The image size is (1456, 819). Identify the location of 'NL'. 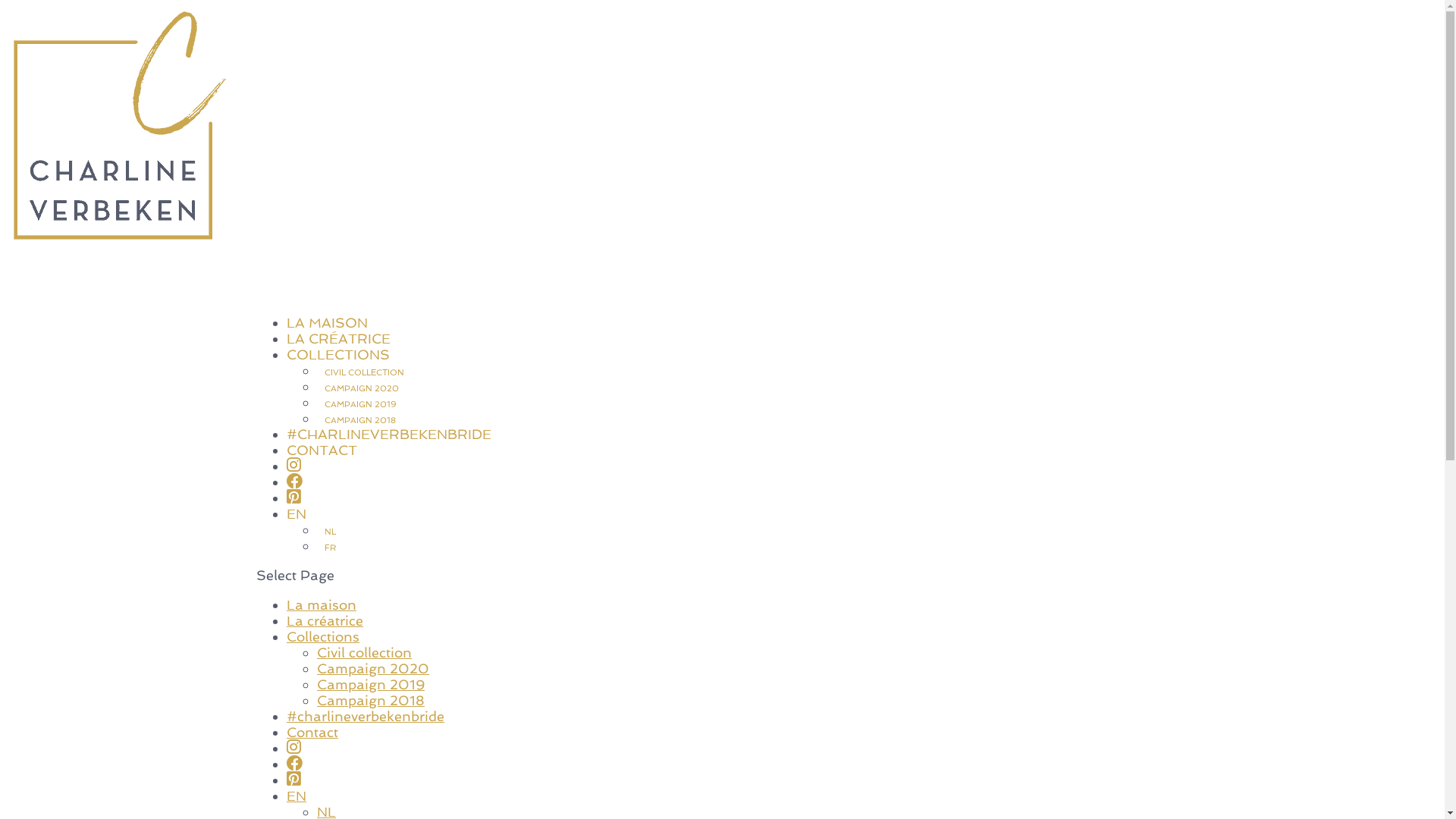
(329, 531).